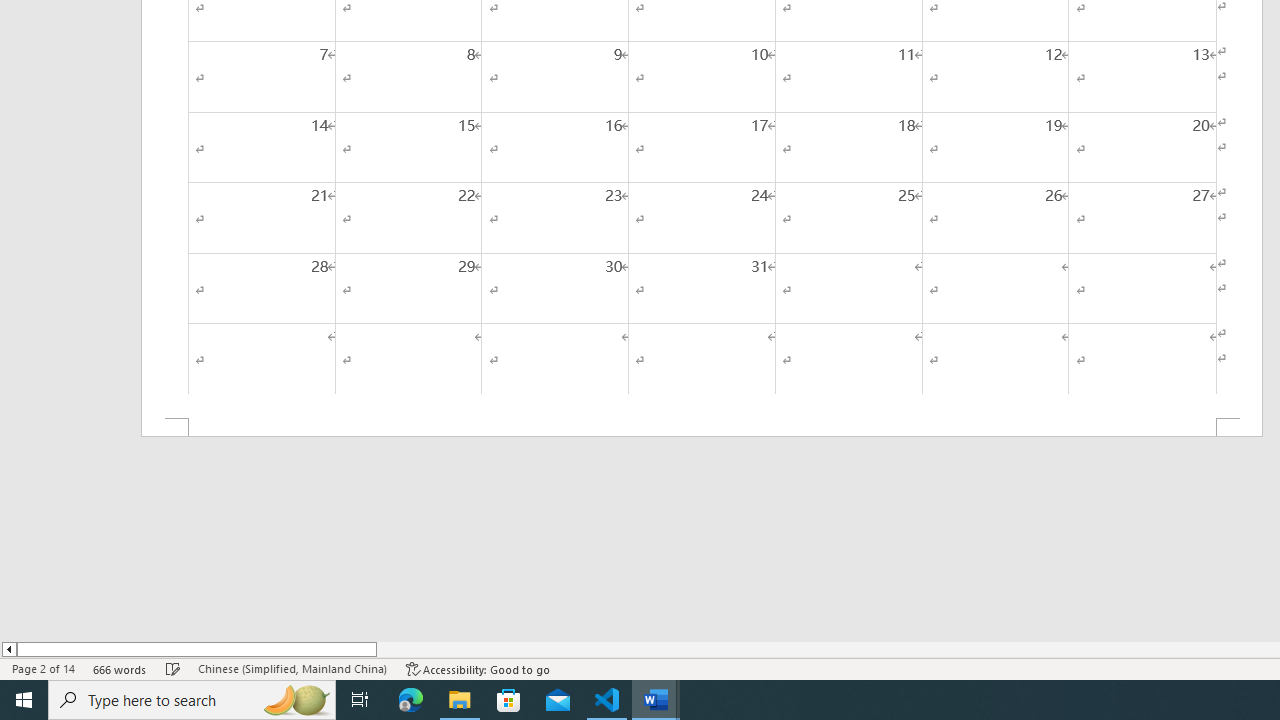 The width and height of the screenshot is (1280, 720). I want to click on 'Page Number Page 2 of 14', so click(43, 669).